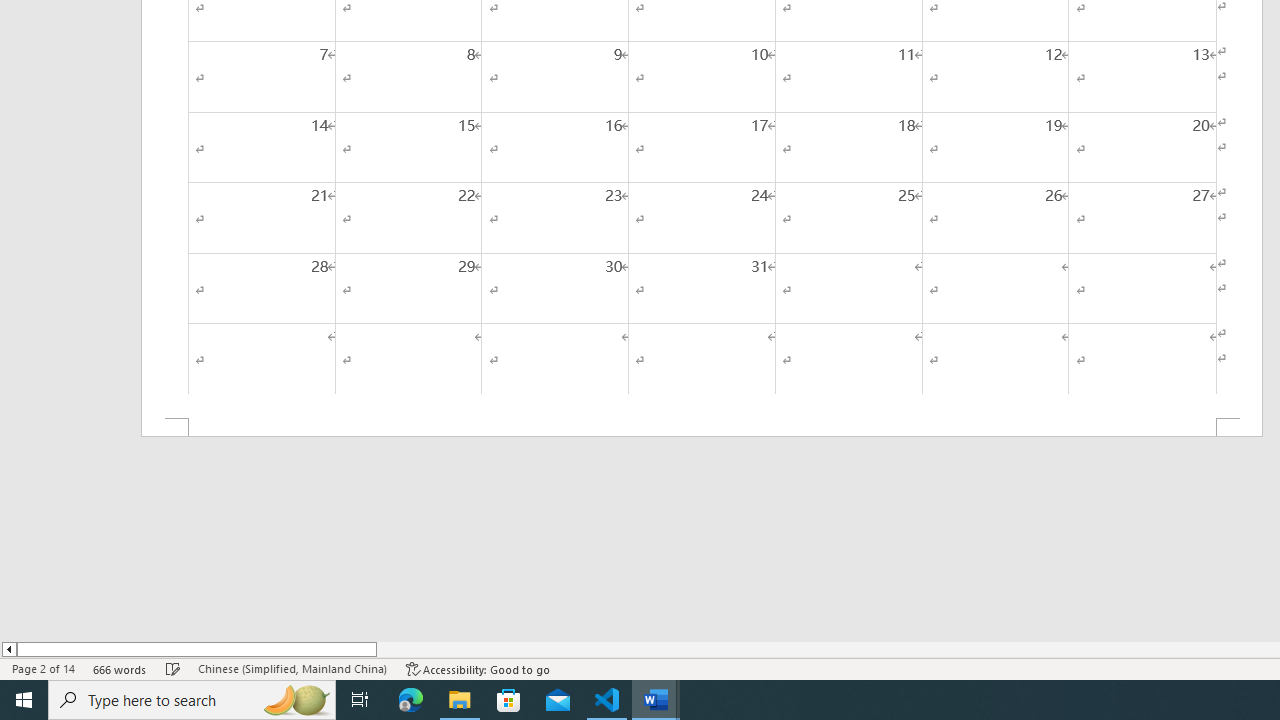 The width and height of the screenshot is (1280, 720). I want to click on 'Page Number Page 2 of 14', so click(43, 669).